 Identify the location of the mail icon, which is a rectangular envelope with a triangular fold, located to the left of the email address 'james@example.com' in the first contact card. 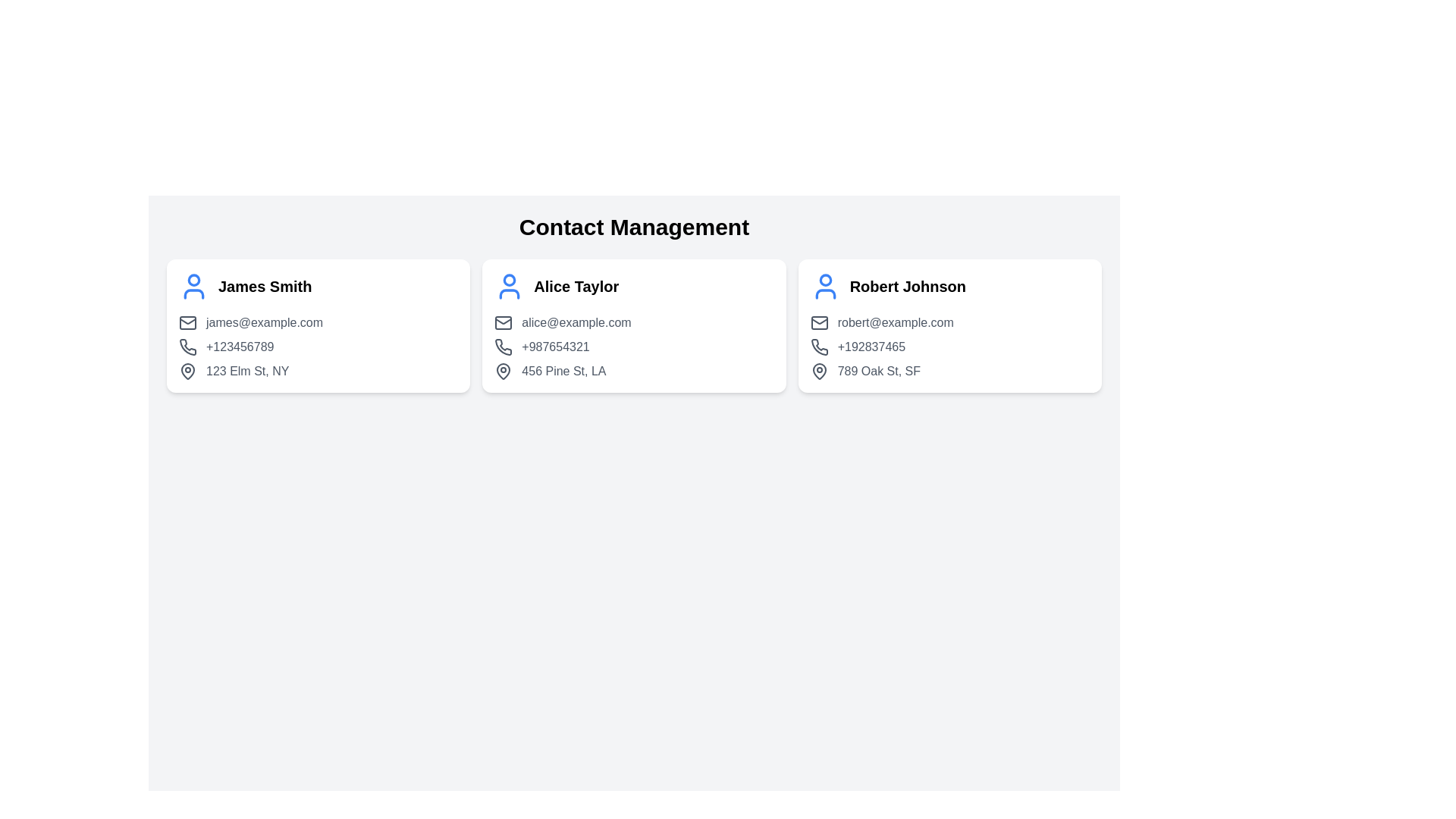
(187, 322).